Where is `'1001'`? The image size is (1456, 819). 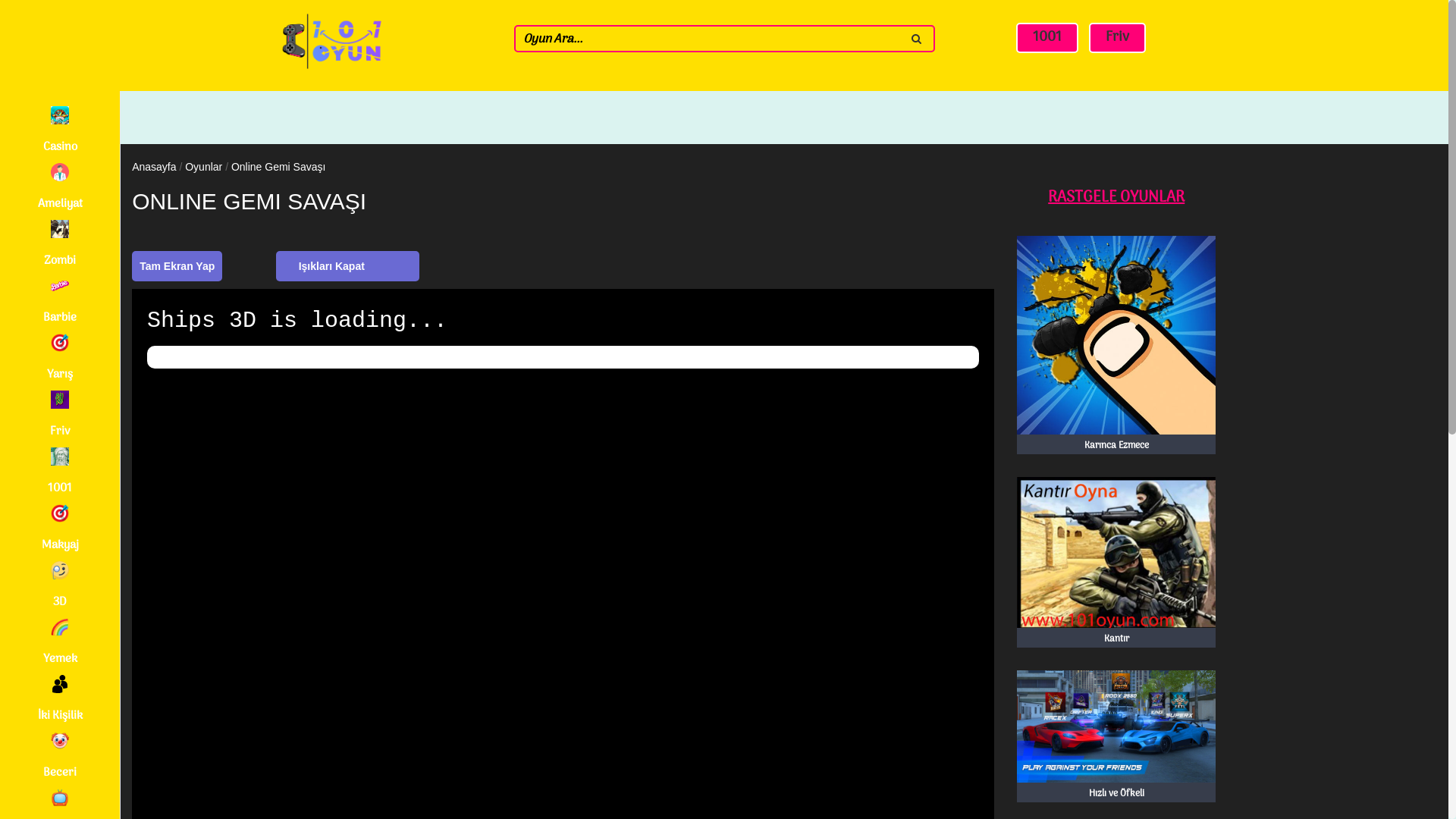 '1001' is located at coordinates (1046, 37).